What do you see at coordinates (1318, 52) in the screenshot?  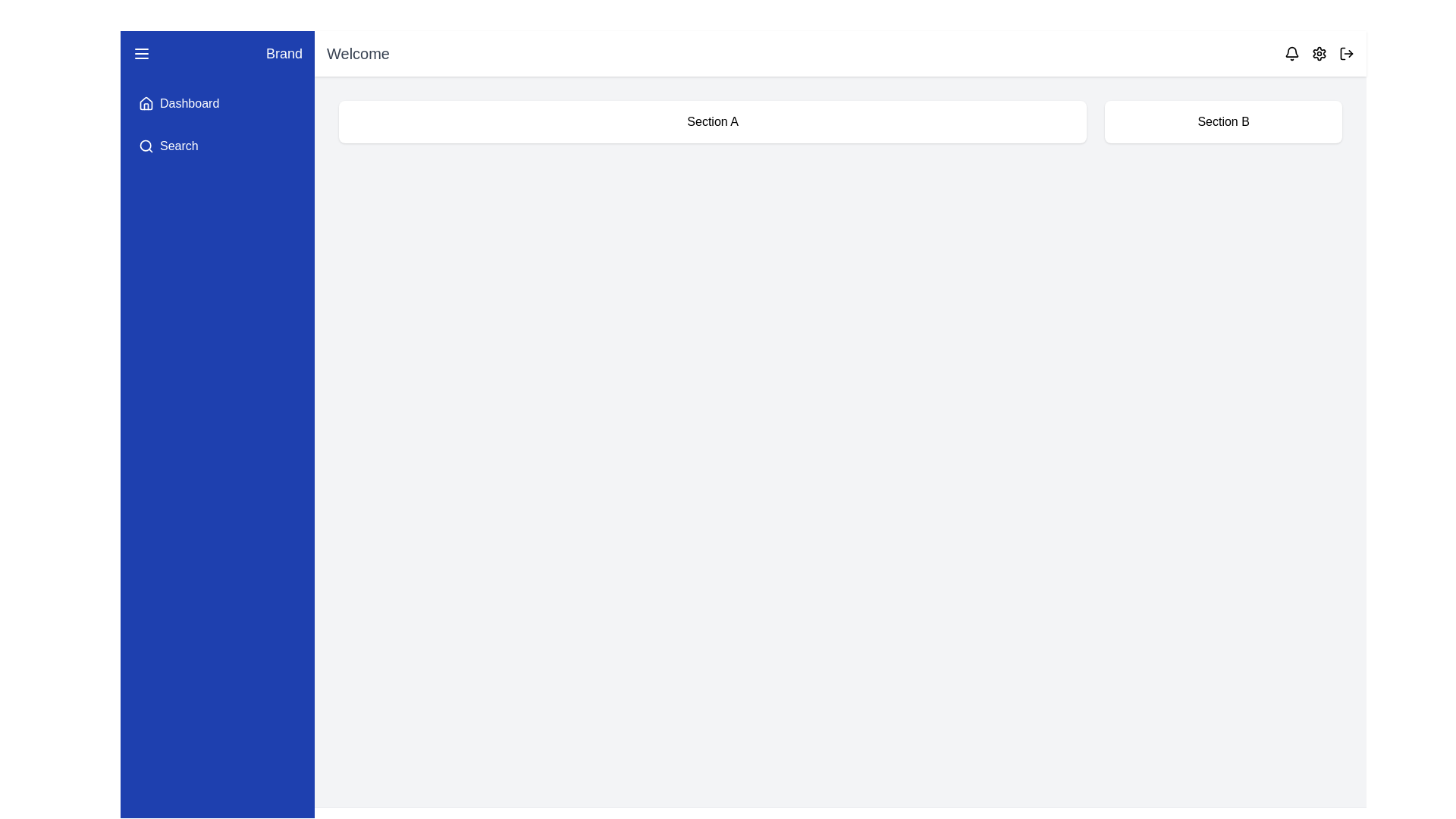 I see `the gear-shaped icon located in the upper-right corner of the interface` at bounding box center [1318, 52].